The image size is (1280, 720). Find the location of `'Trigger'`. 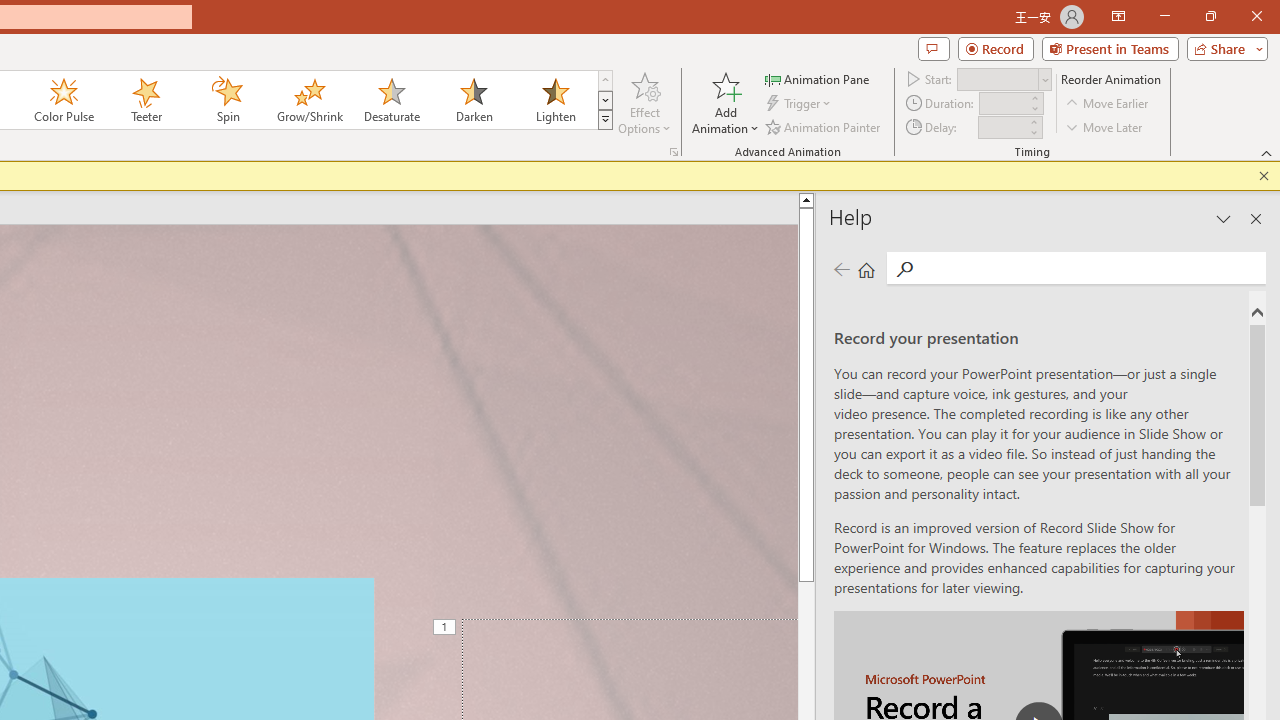

'Trigger' is located at coordinates (800, 103).